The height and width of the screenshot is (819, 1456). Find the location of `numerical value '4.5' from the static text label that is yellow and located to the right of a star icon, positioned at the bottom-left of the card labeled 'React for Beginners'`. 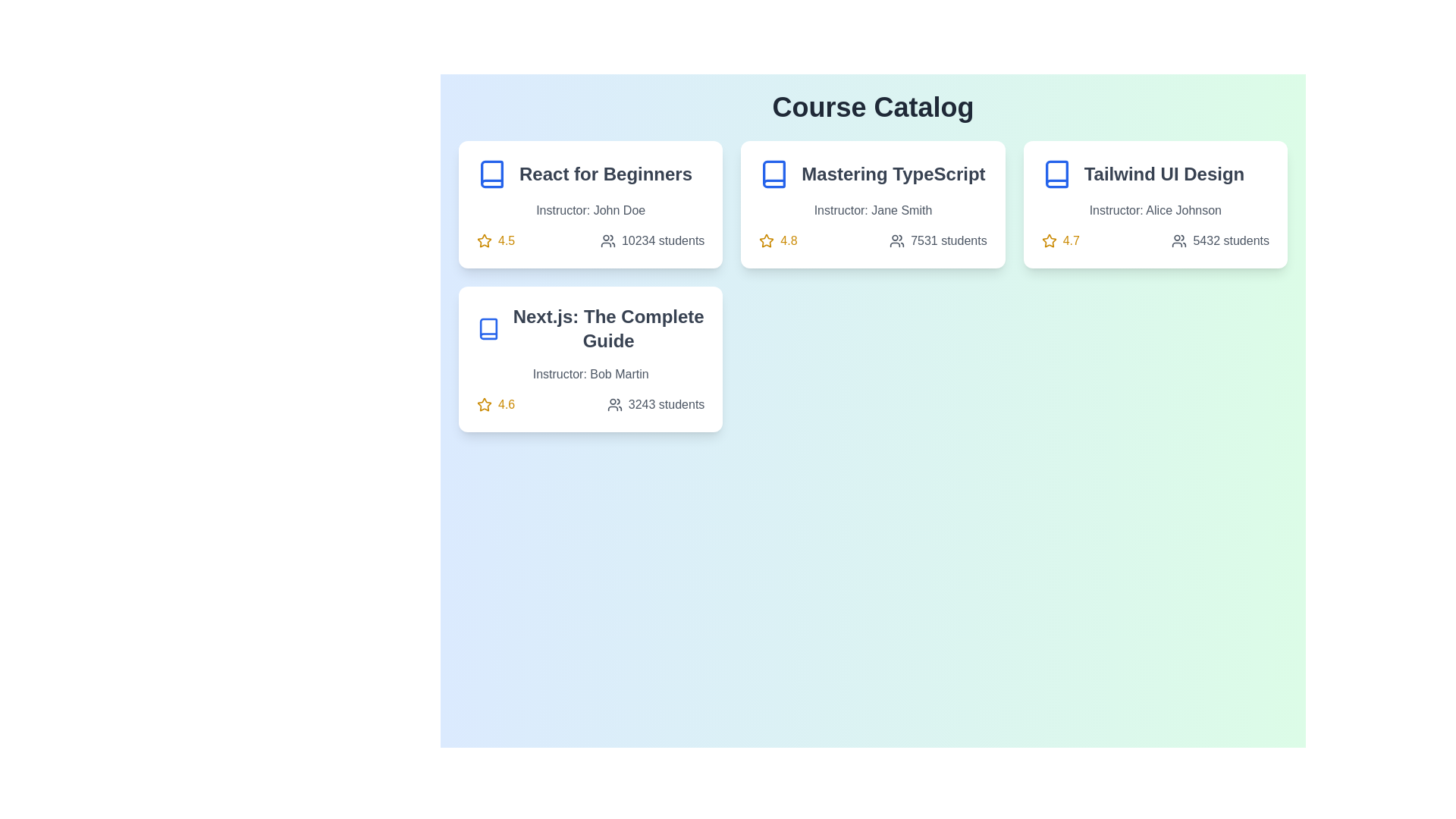

numerical value '4.5' from the static text label that is yellow and located to the right of a star icon, positioned at the bottom-left of the card labeled 'React for Beginners' is located at coordinates (507, 240).